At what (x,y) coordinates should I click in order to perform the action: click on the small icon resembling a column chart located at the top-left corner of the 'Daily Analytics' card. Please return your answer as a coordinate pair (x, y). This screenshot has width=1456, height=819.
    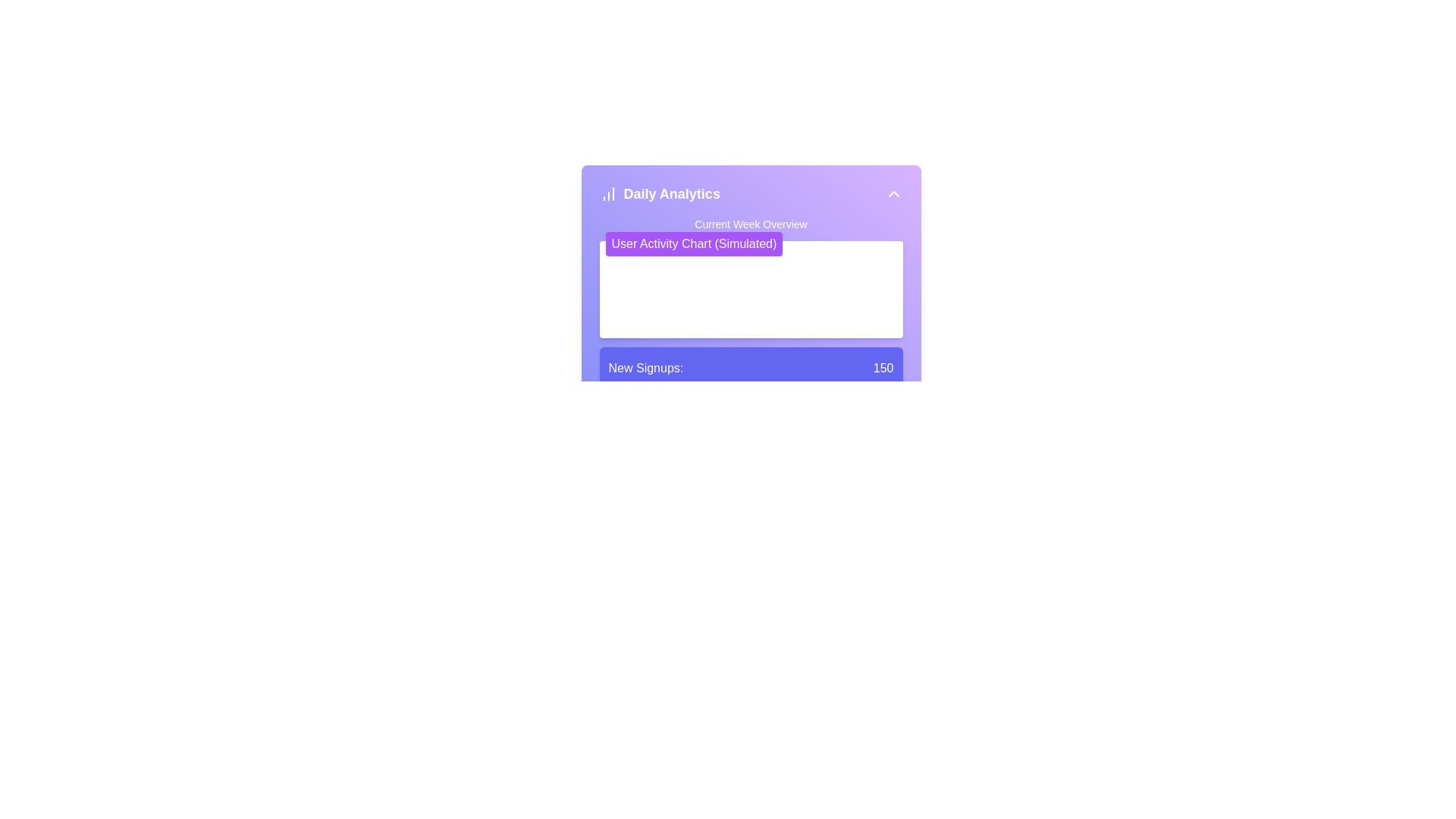
    Looking at the image, I should click on (608, 193).